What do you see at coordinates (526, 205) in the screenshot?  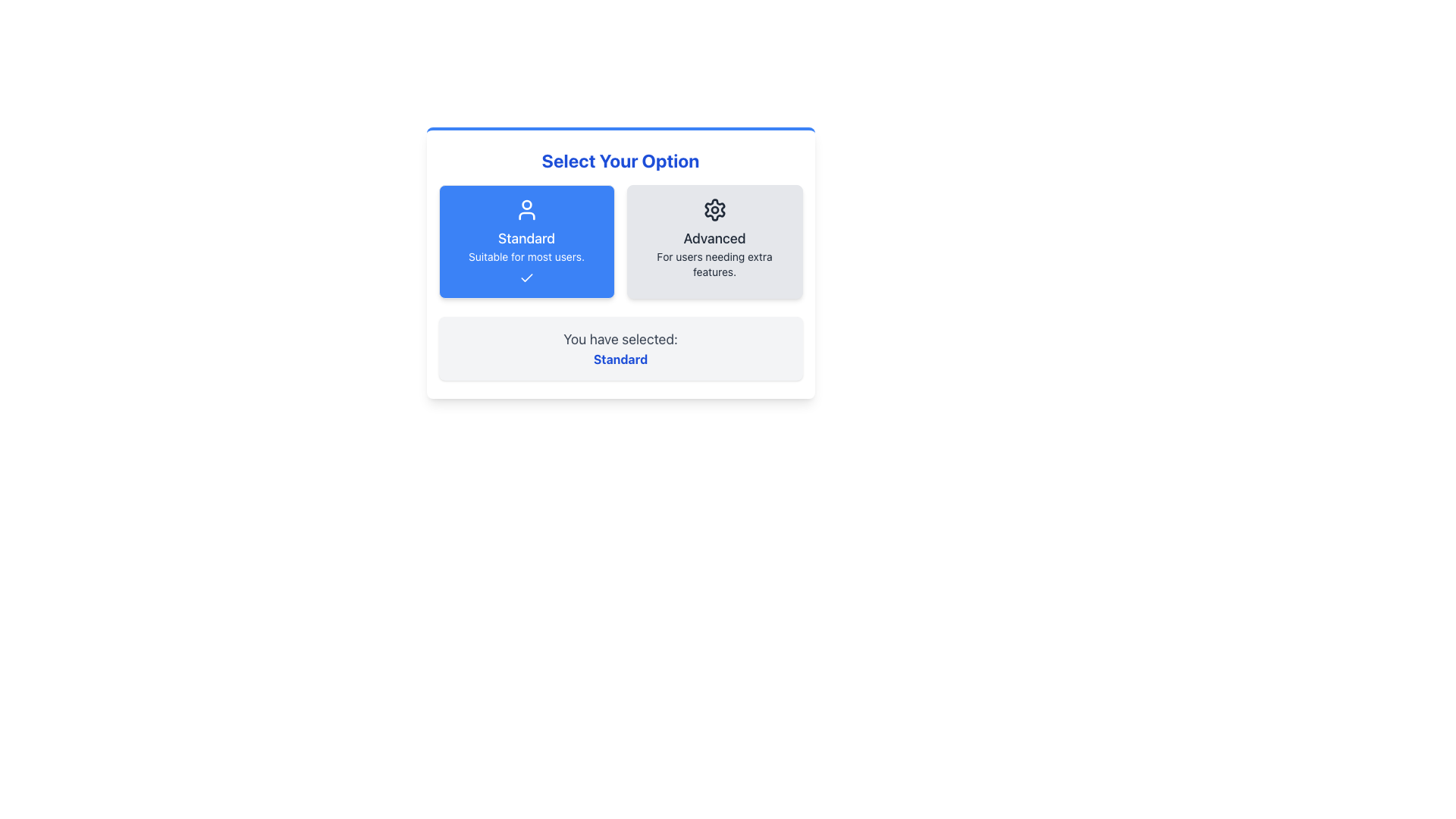 I see `the circular element located within the icon above the 'Standard' option, which is part of a user-friendly design with a blue background` at bounding box center [526, 205].